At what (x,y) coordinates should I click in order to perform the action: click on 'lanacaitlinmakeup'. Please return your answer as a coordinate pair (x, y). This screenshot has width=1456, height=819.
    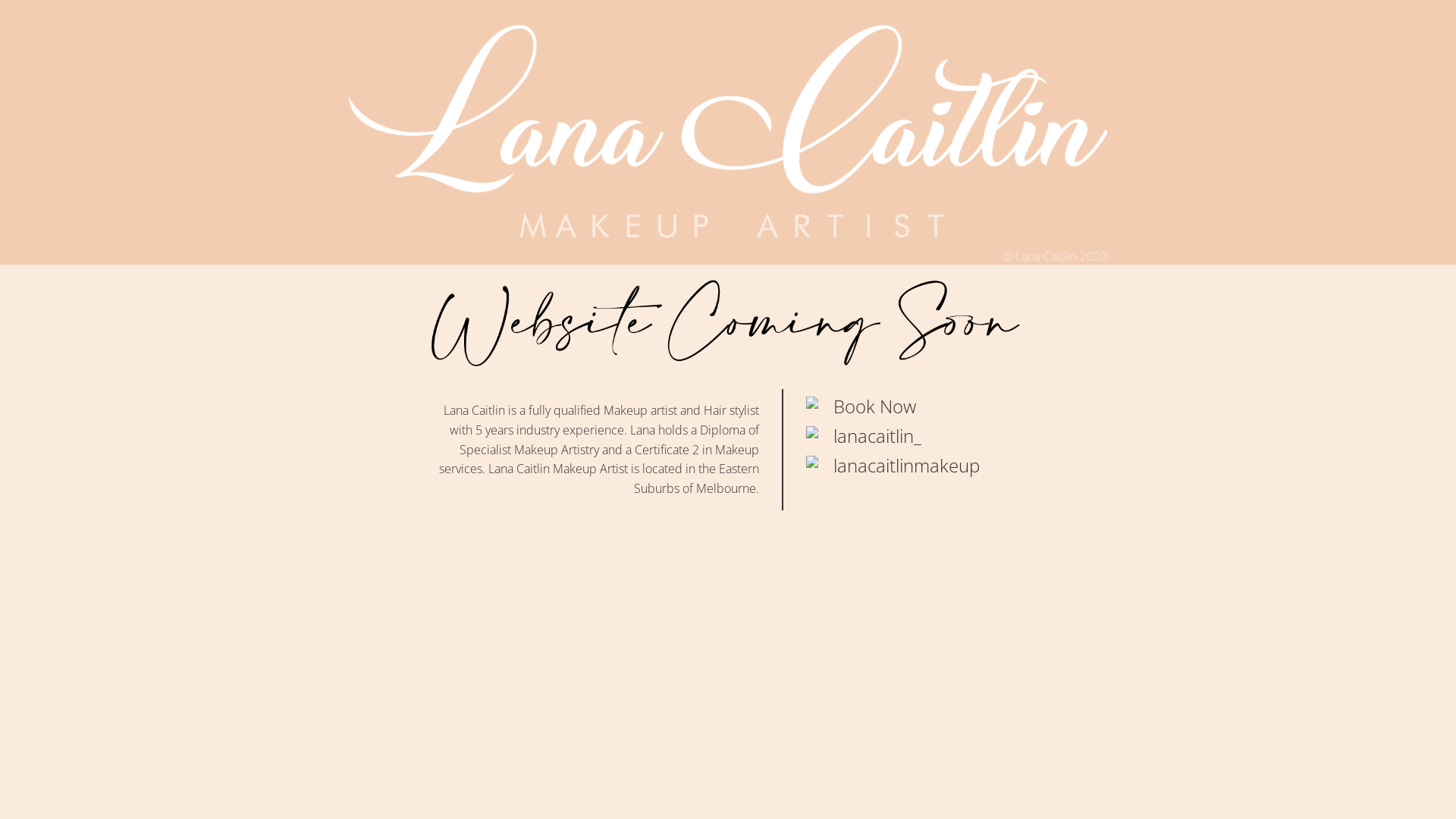
    Looking at the image, I should click on (906, 464).